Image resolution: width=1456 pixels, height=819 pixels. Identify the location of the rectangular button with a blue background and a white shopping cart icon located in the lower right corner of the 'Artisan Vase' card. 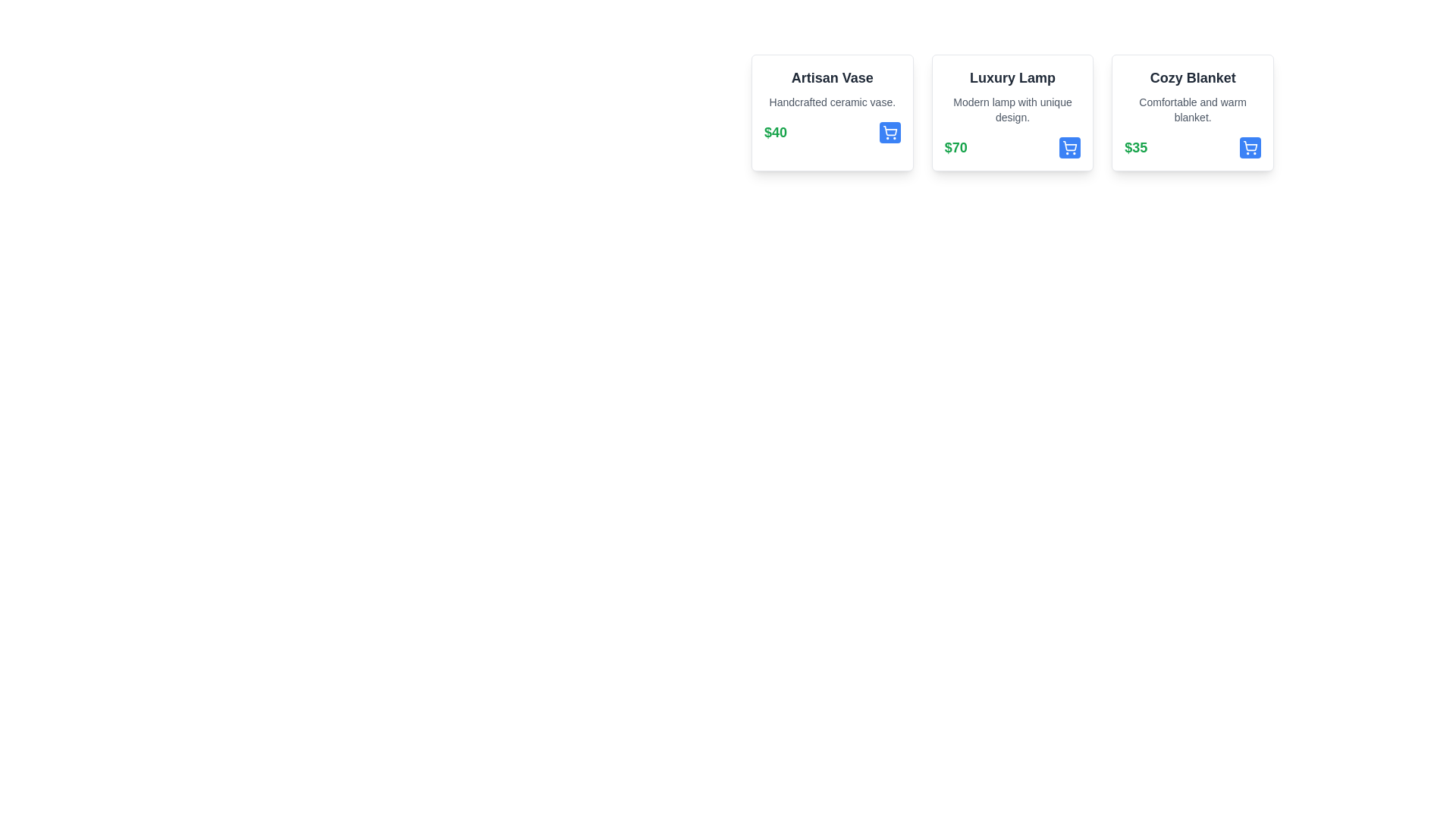
(890, 131).